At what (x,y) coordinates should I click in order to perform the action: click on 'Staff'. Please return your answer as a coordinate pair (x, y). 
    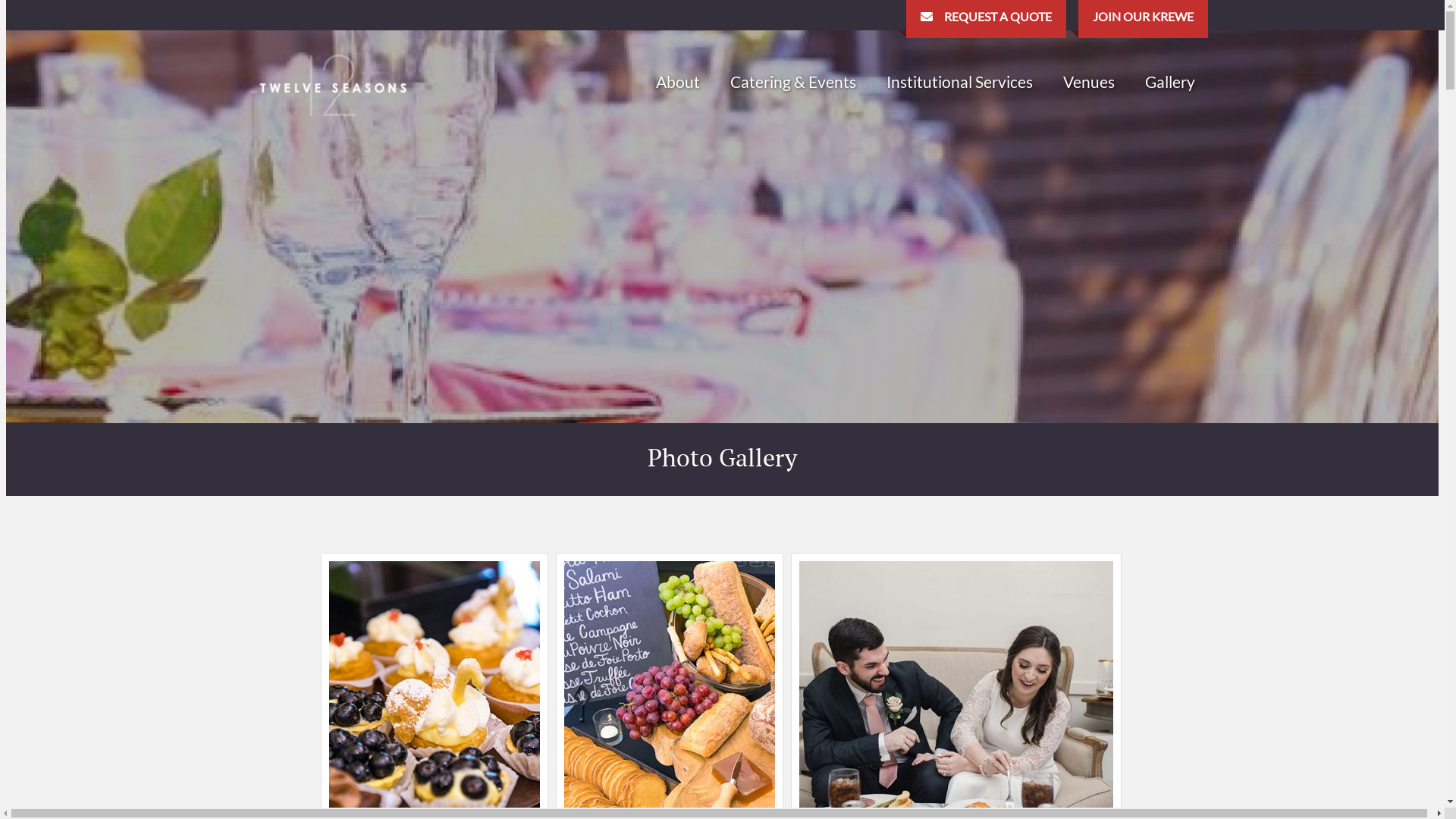
    Looking at the image, I should click on (699, 110).